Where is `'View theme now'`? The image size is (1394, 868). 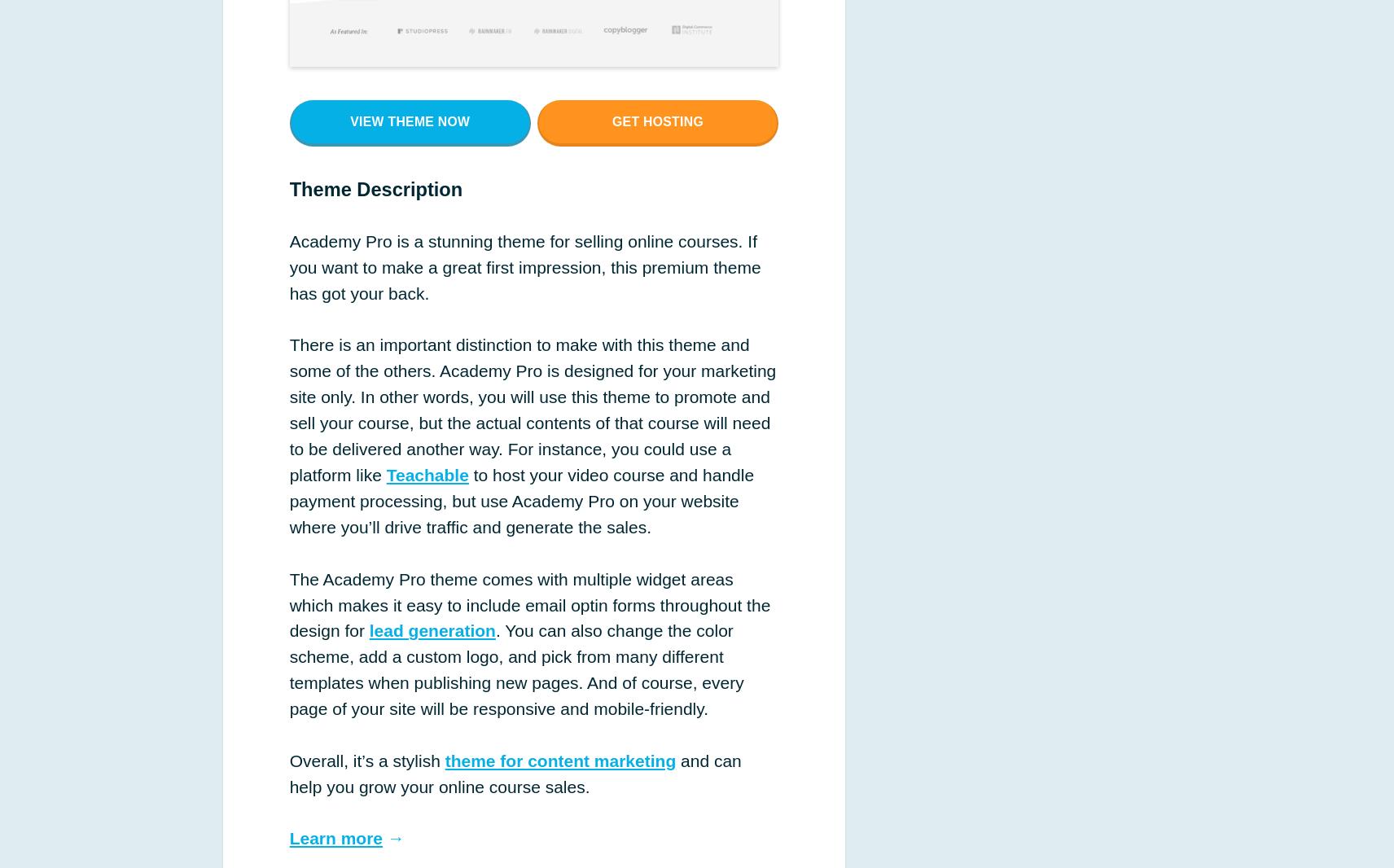 'View theme now' is located at coordinates (409, 120).